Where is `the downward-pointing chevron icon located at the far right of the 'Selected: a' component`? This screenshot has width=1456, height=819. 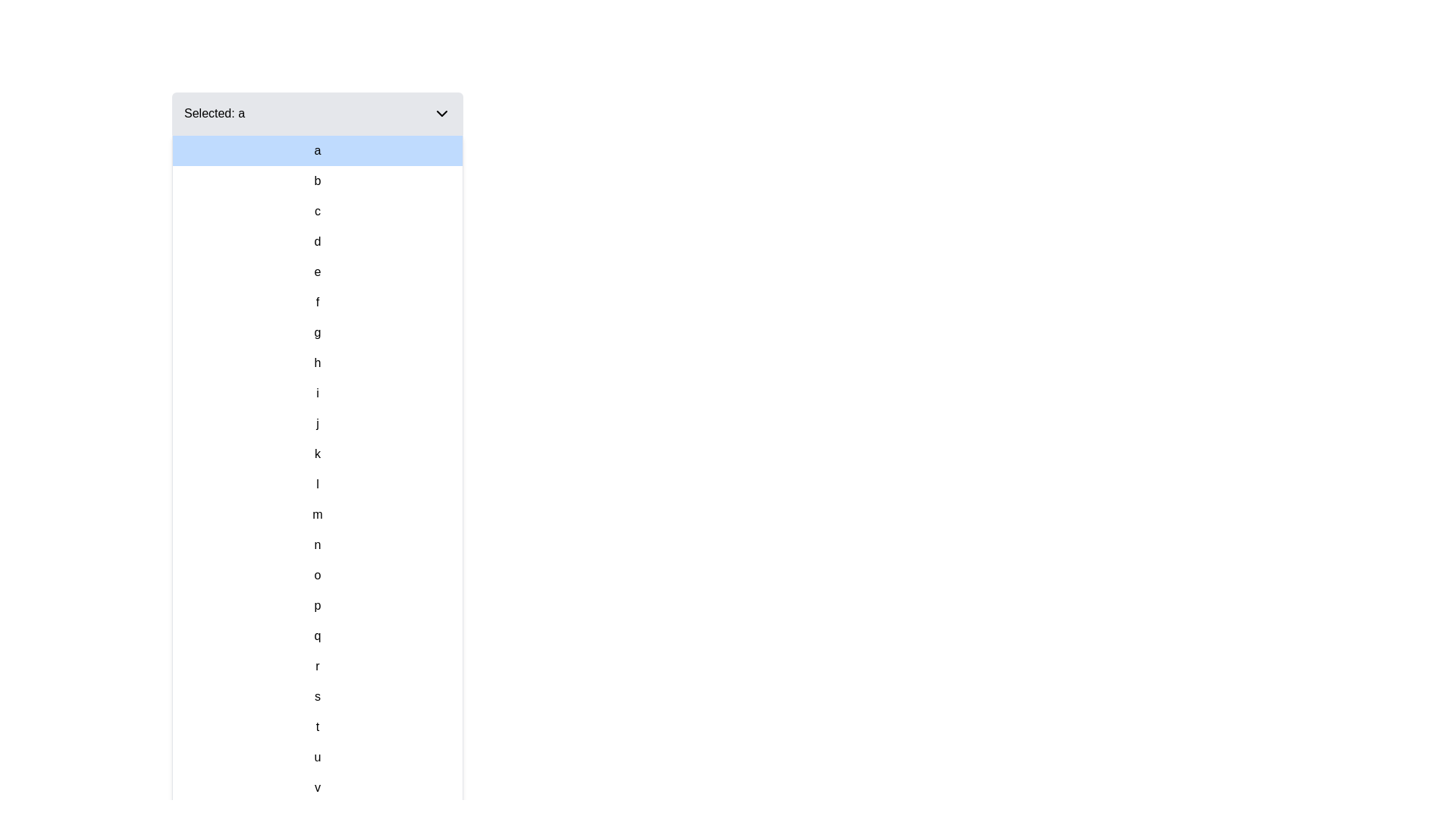
the downward-pointing chevron icon located at the far right of the 'Selected: a' component is located at coordinates (441, 113).